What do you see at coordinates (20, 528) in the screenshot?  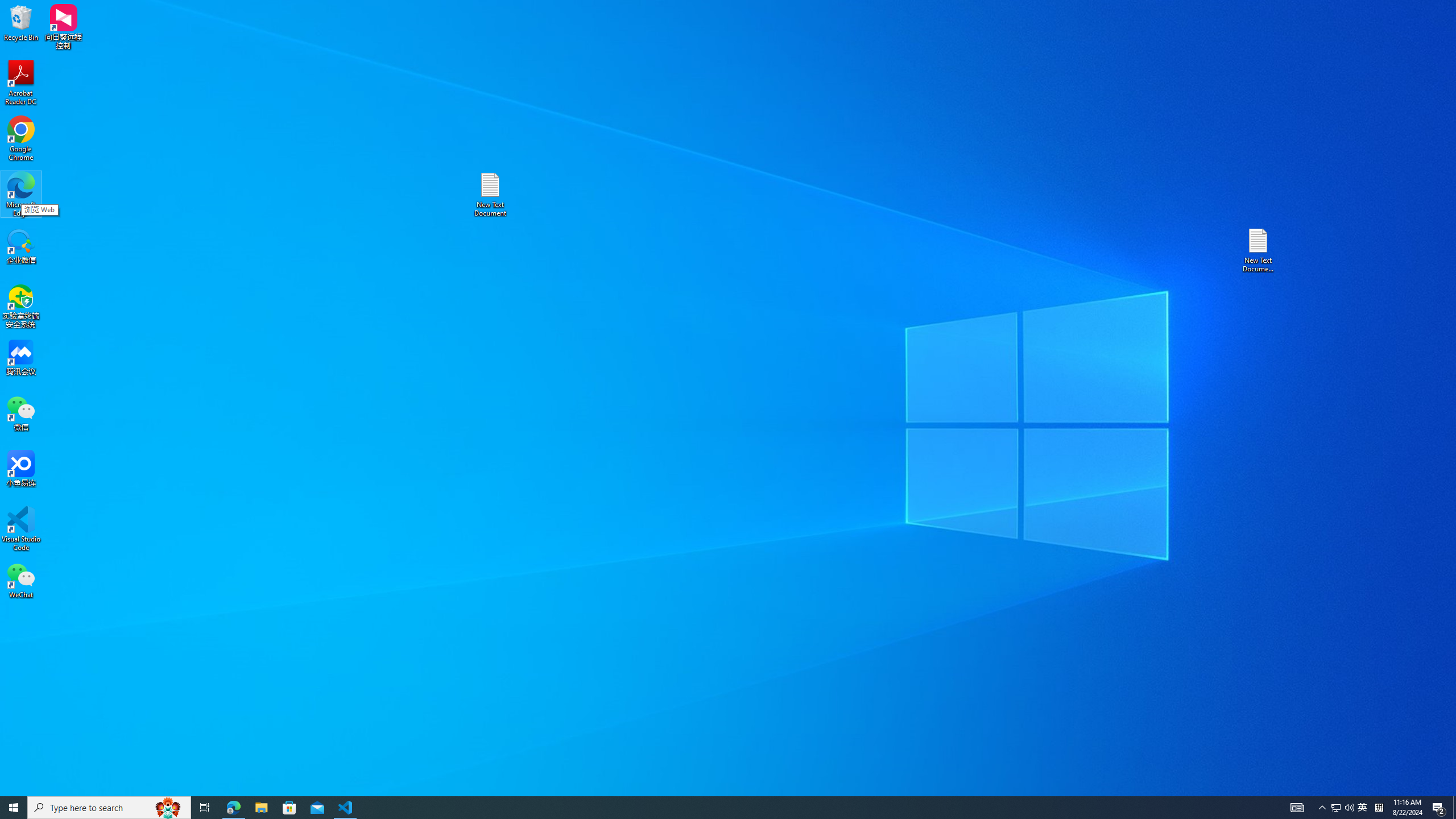 I see `'Visual Studio Code'` at bounding box center [20, 528].